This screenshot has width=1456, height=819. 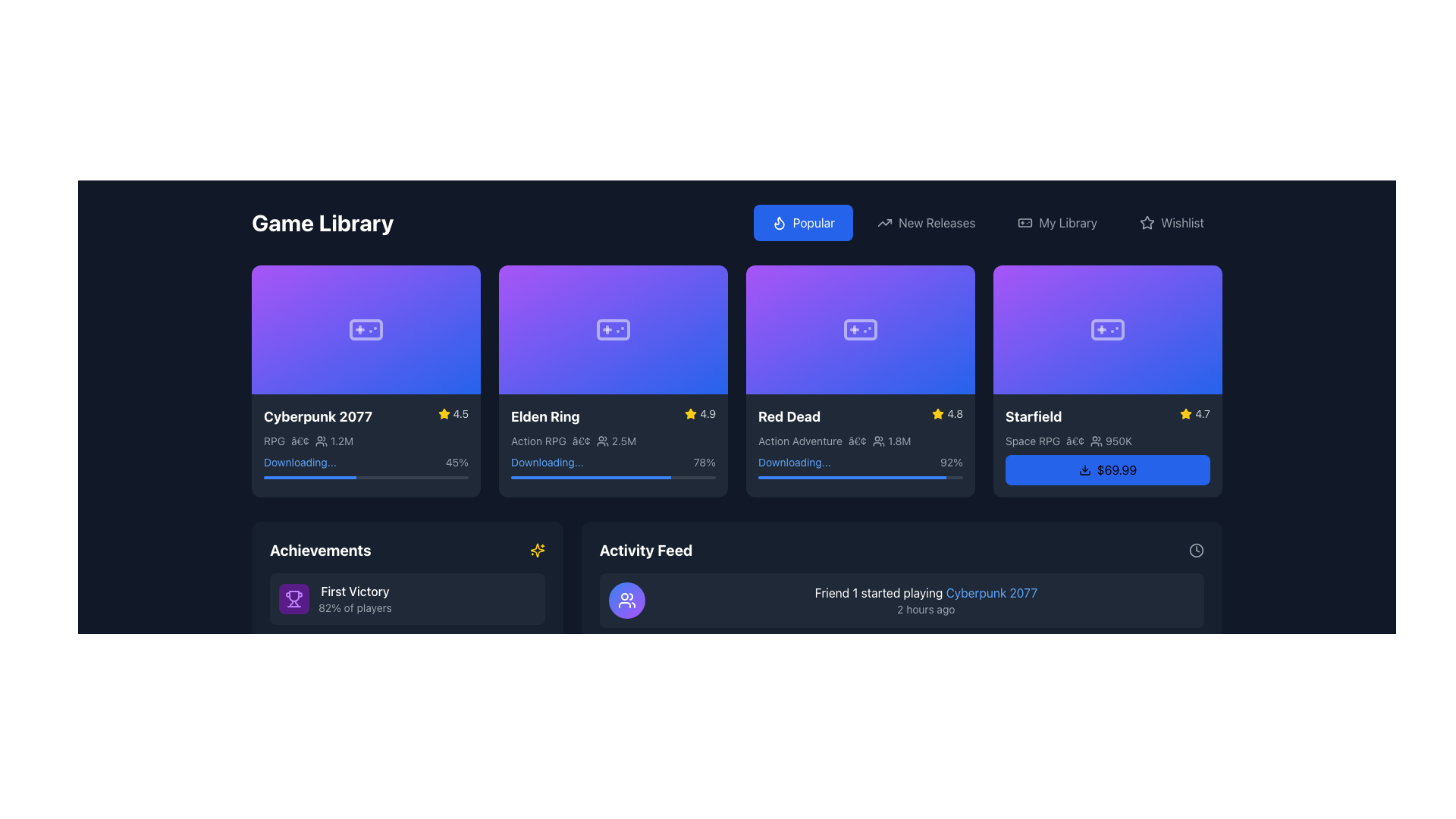 What do you see at coordinates (708, 284) in the screenshot?
I see `the button located at the top-right corner of the 'Elden Ring' game card in the 'Popular' section, which initiates an action related to the game` at bounding box center [708, 284].